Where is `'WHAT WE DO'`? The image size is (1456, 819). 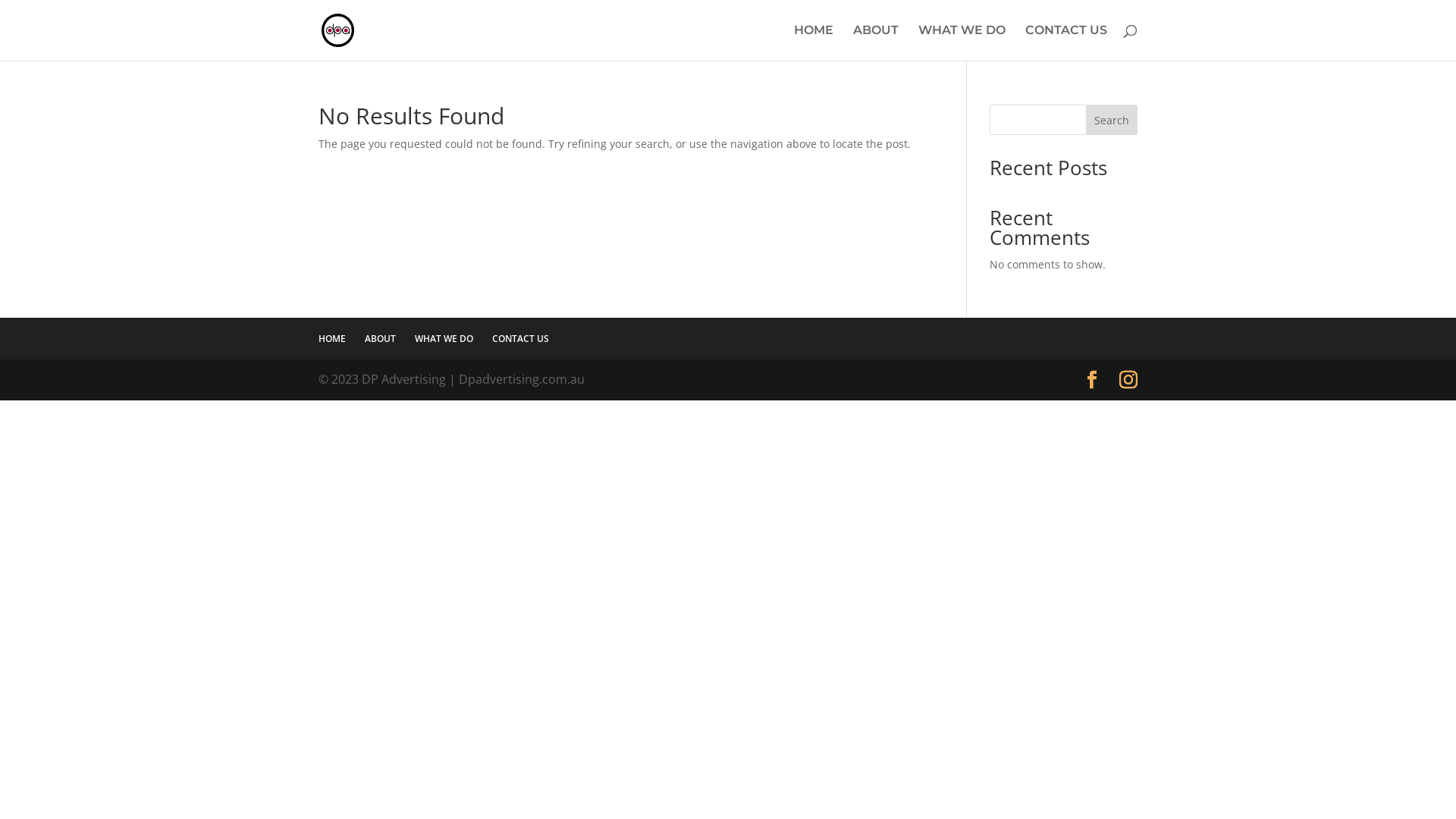 'WHAT WE DO' is located at coordinates (443, 337).